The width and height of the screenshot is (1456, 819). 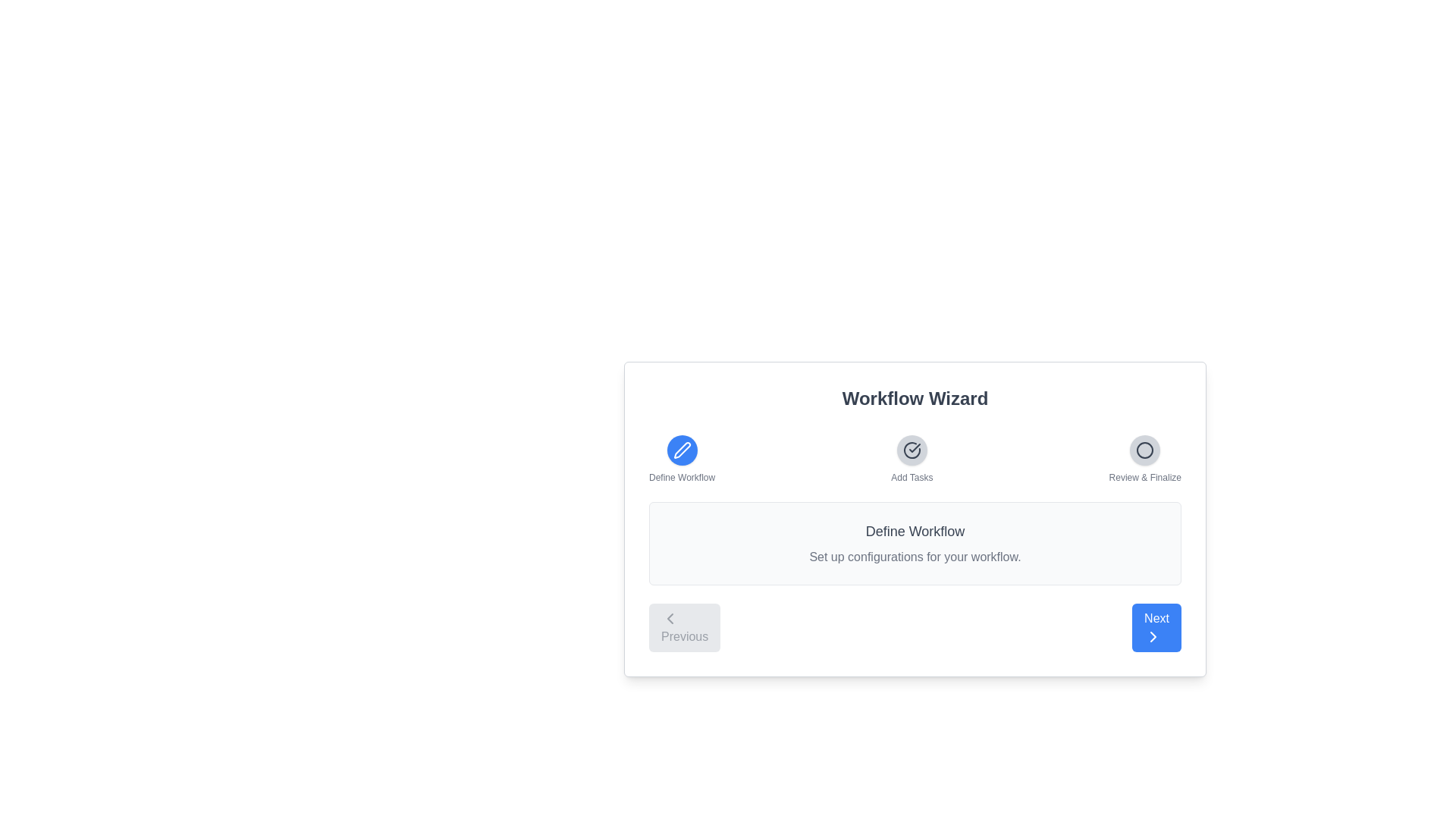 I want to click on the Text Label that serves as a header or title in the workflow setup process, located near the center of the panel and above the explanatory text 'Set up configurations for your workflow.', so click(x=914, y=531).